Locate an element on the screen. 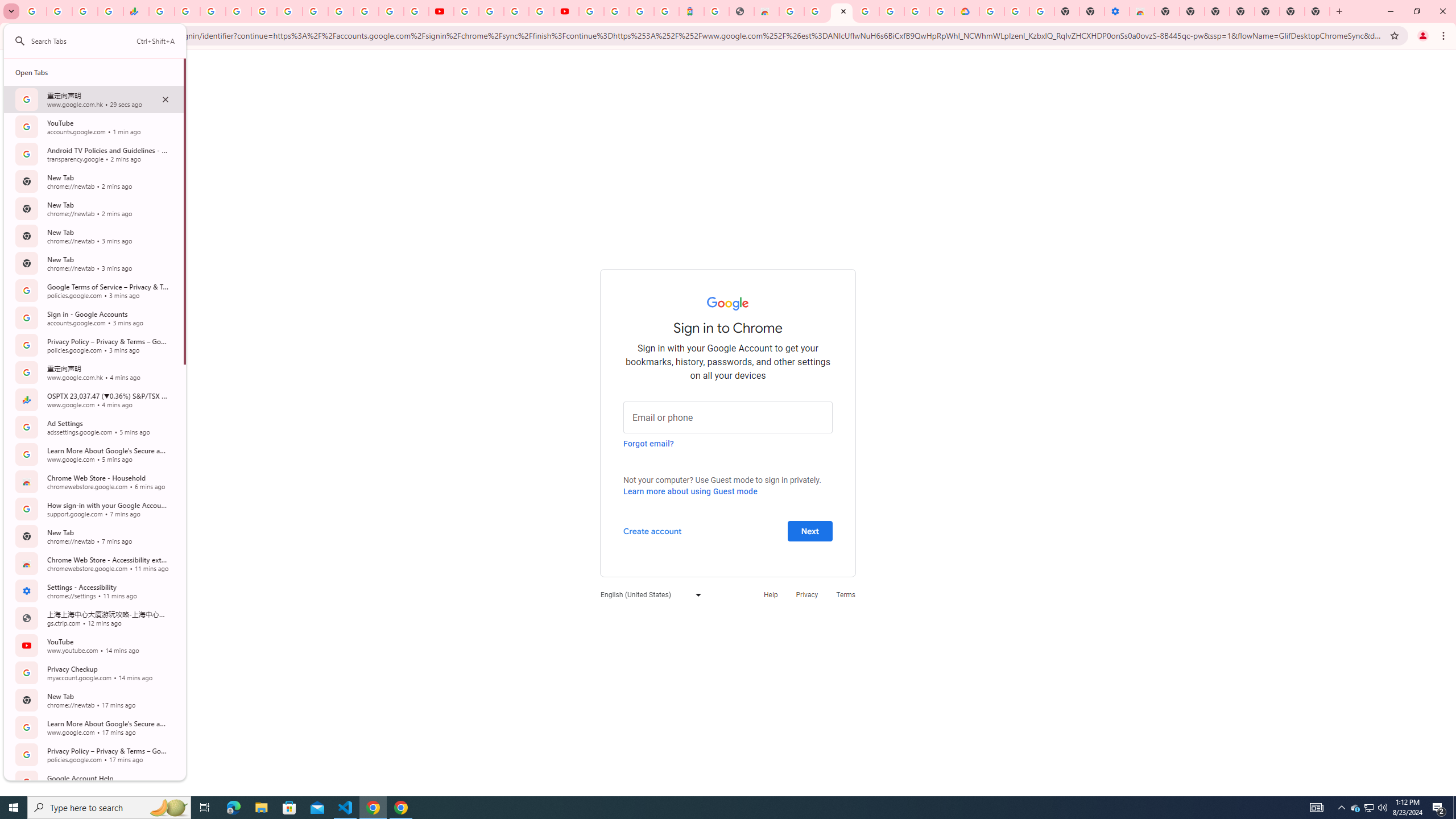 This screenshot has width=1456, height=819. 'Create account' is located at coordinates (651, 530).